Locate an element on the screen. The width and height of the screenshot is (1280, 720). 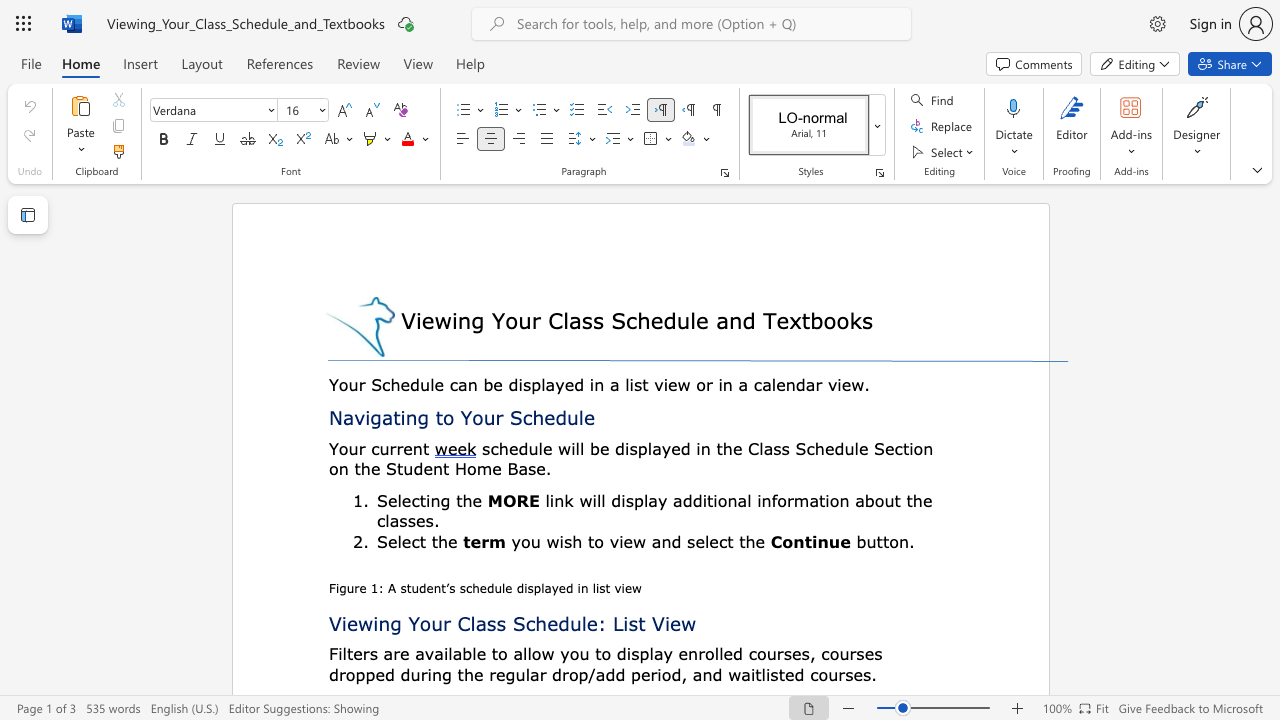
the subset text "na" within the text "additional" is located at coordinates (726, 499).